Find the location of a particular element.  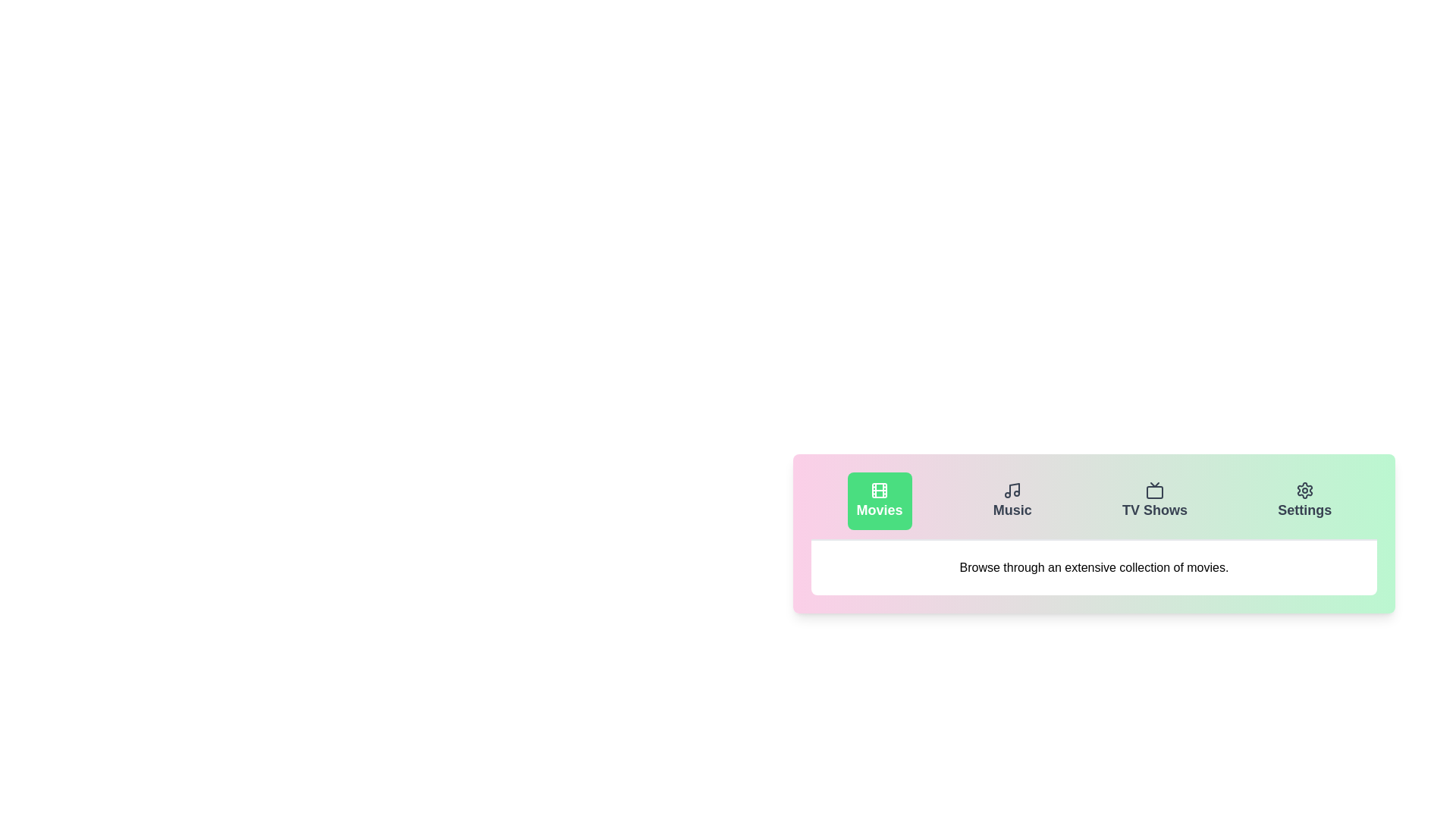

the TV Shows tab to switch to its content is located at coordinates (1153, 500).